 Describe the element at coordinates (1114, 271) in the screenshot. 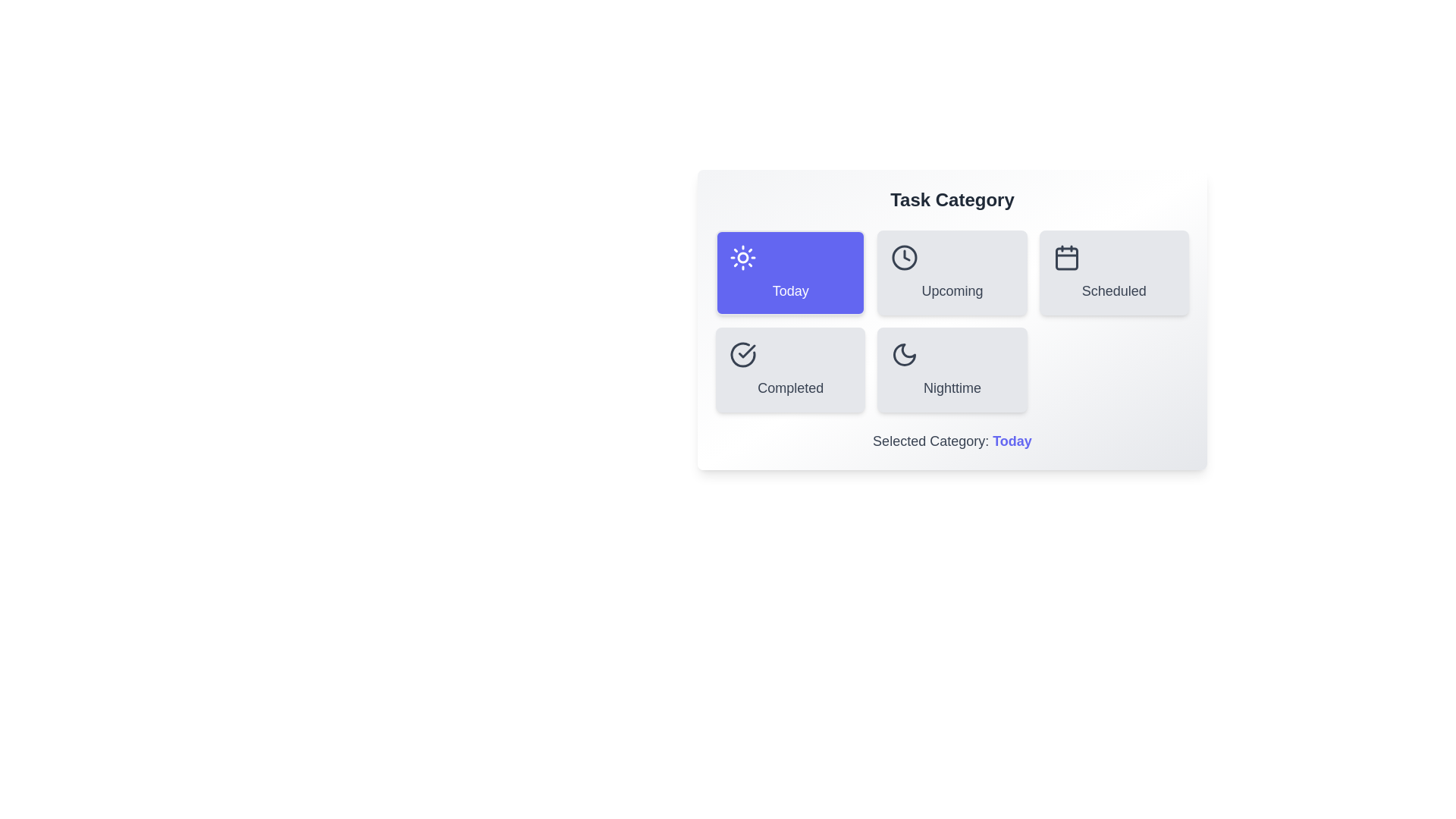

I see `the button corresponding to the category Scheduled to select it` at that location.